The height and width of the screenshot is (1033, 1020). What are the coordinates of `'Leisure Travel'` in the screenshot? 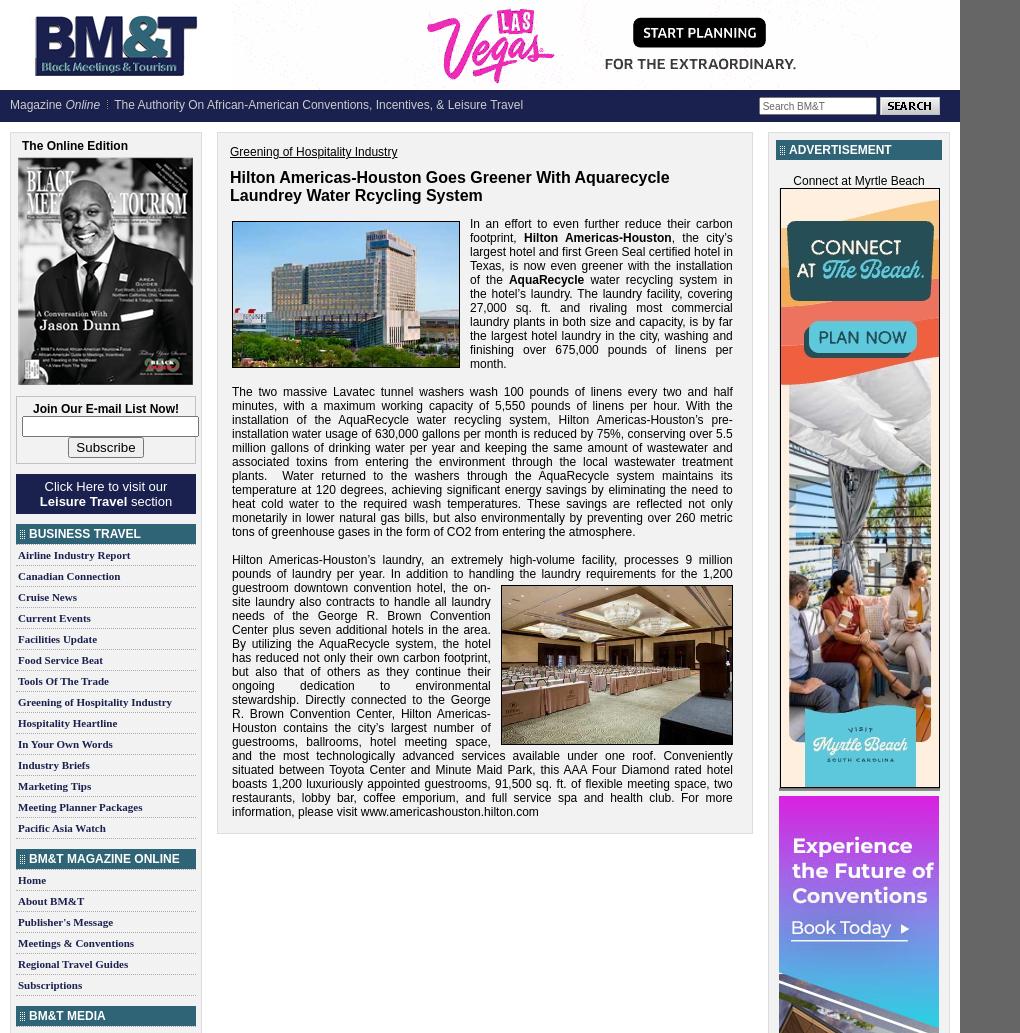 It's located at (37, 501).